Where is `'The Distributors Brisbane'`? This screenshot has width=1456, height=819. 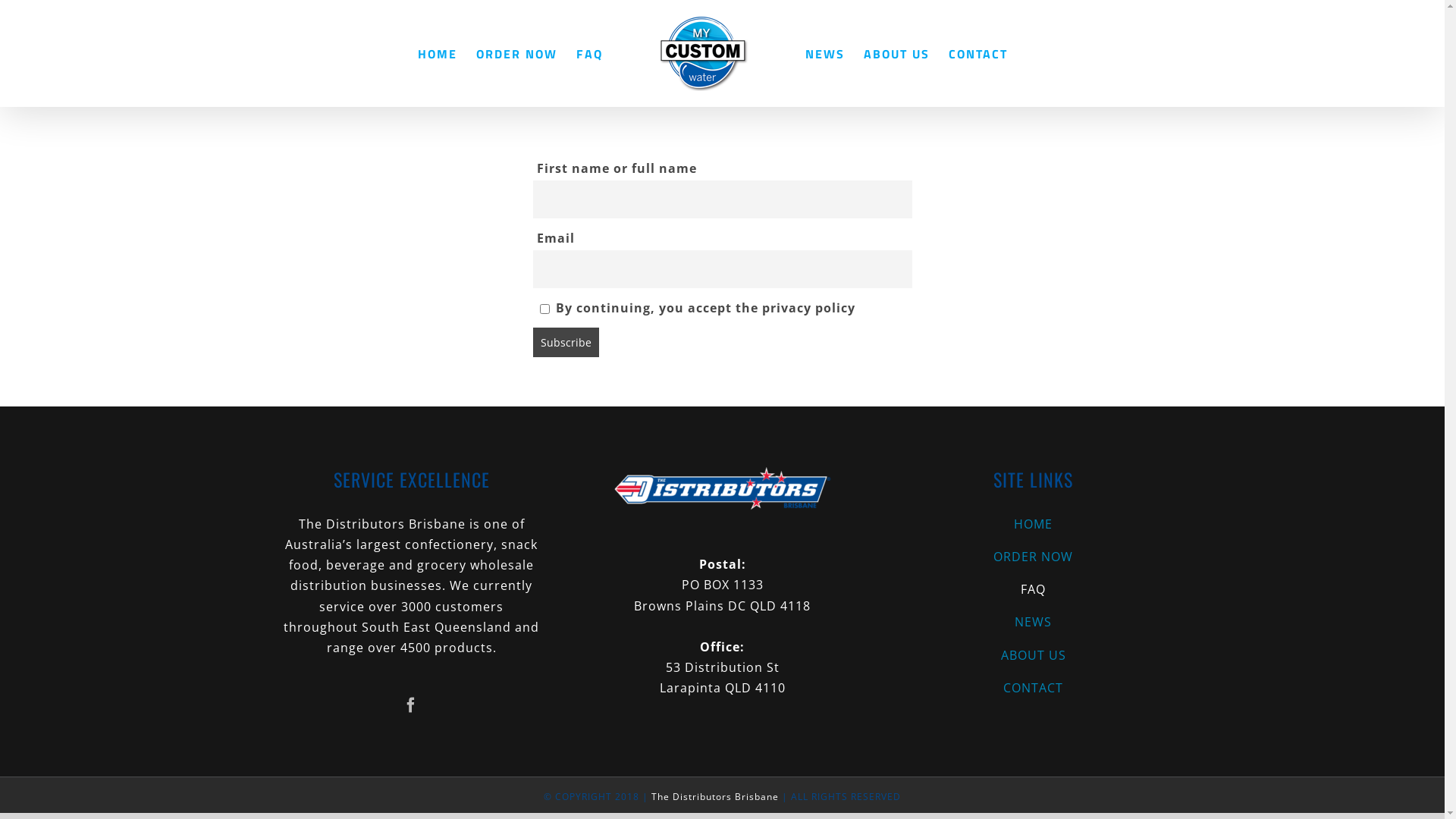
'The Distributors Brisbane' is located at coordinates (714, 795).